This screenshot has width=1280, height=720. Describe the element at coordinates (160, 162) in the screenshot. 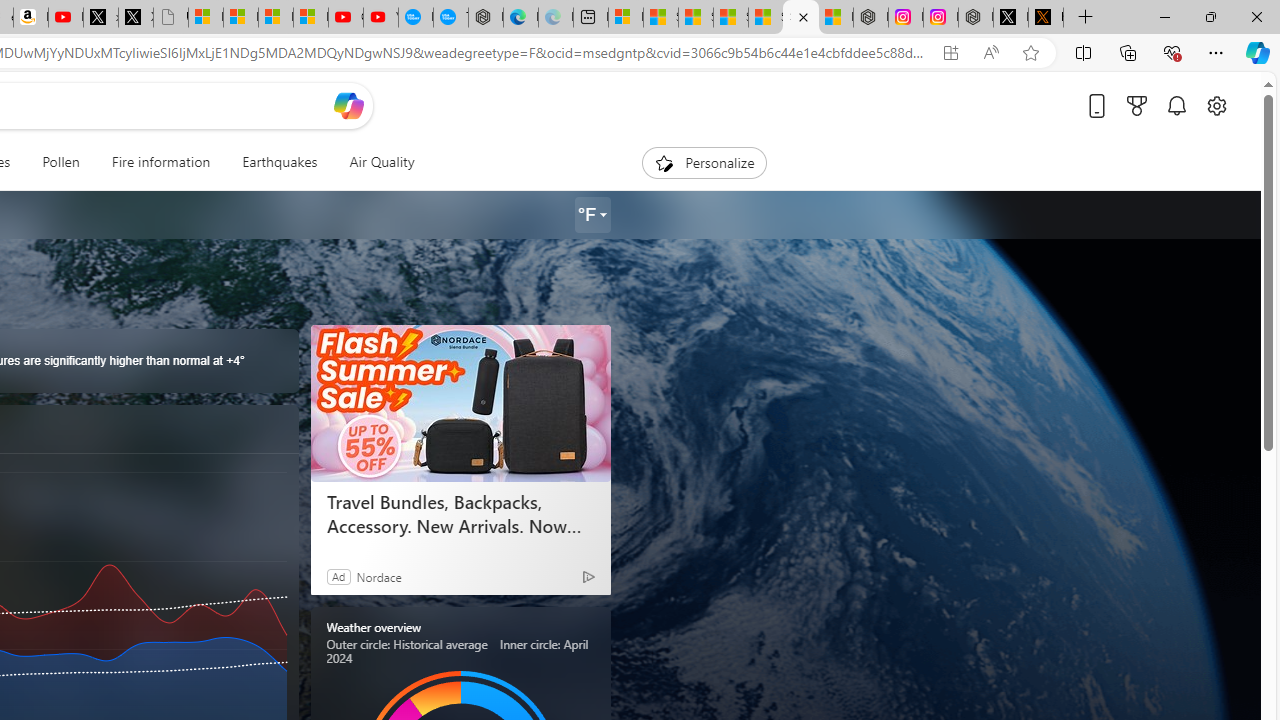

I see `'Fire information'` at that location.